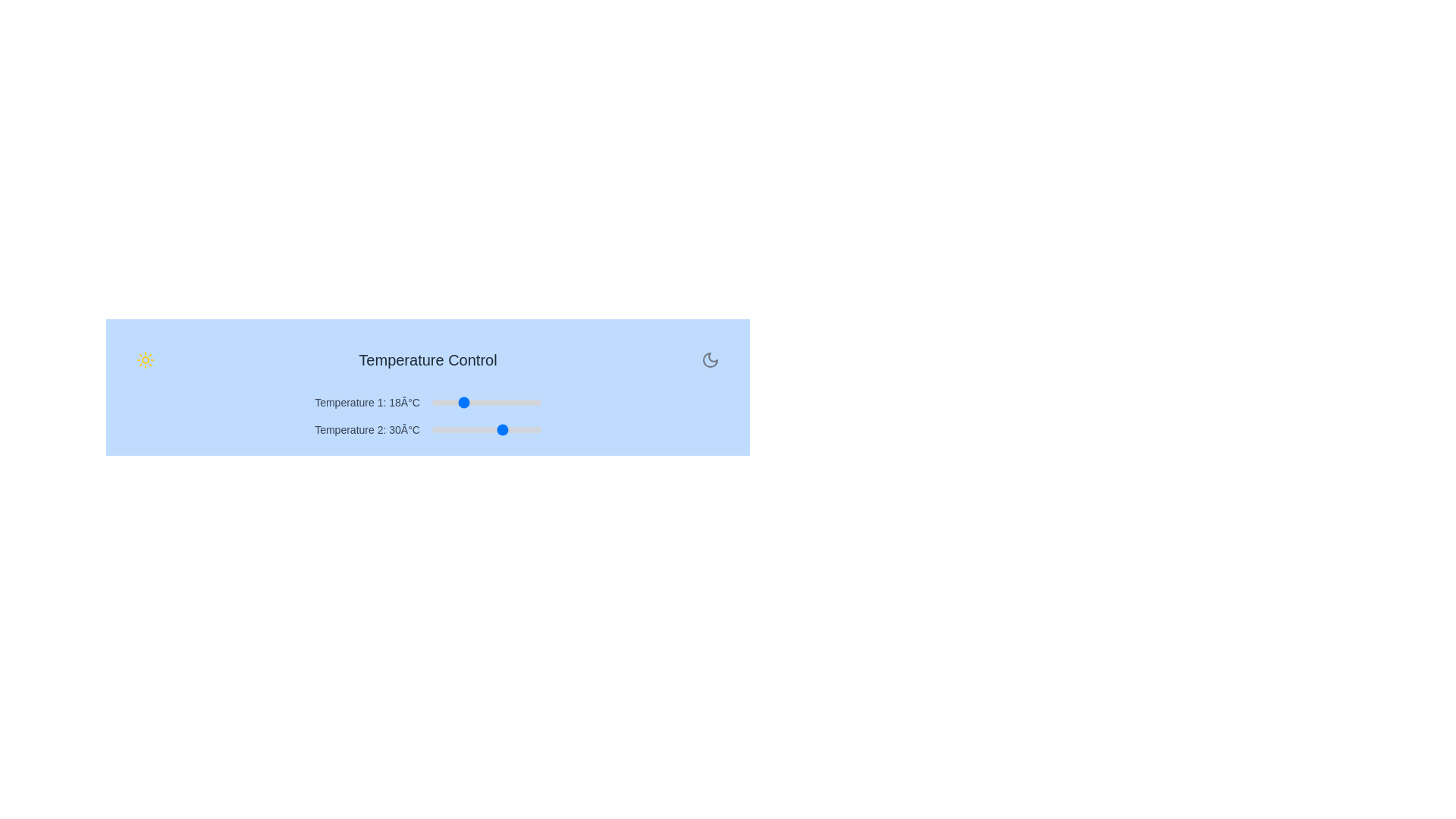 The height and width of the screenshot is (819, 1456). Describe the element at coordinates (522, 402) in the screenshot. I see `the temperature` at that location.